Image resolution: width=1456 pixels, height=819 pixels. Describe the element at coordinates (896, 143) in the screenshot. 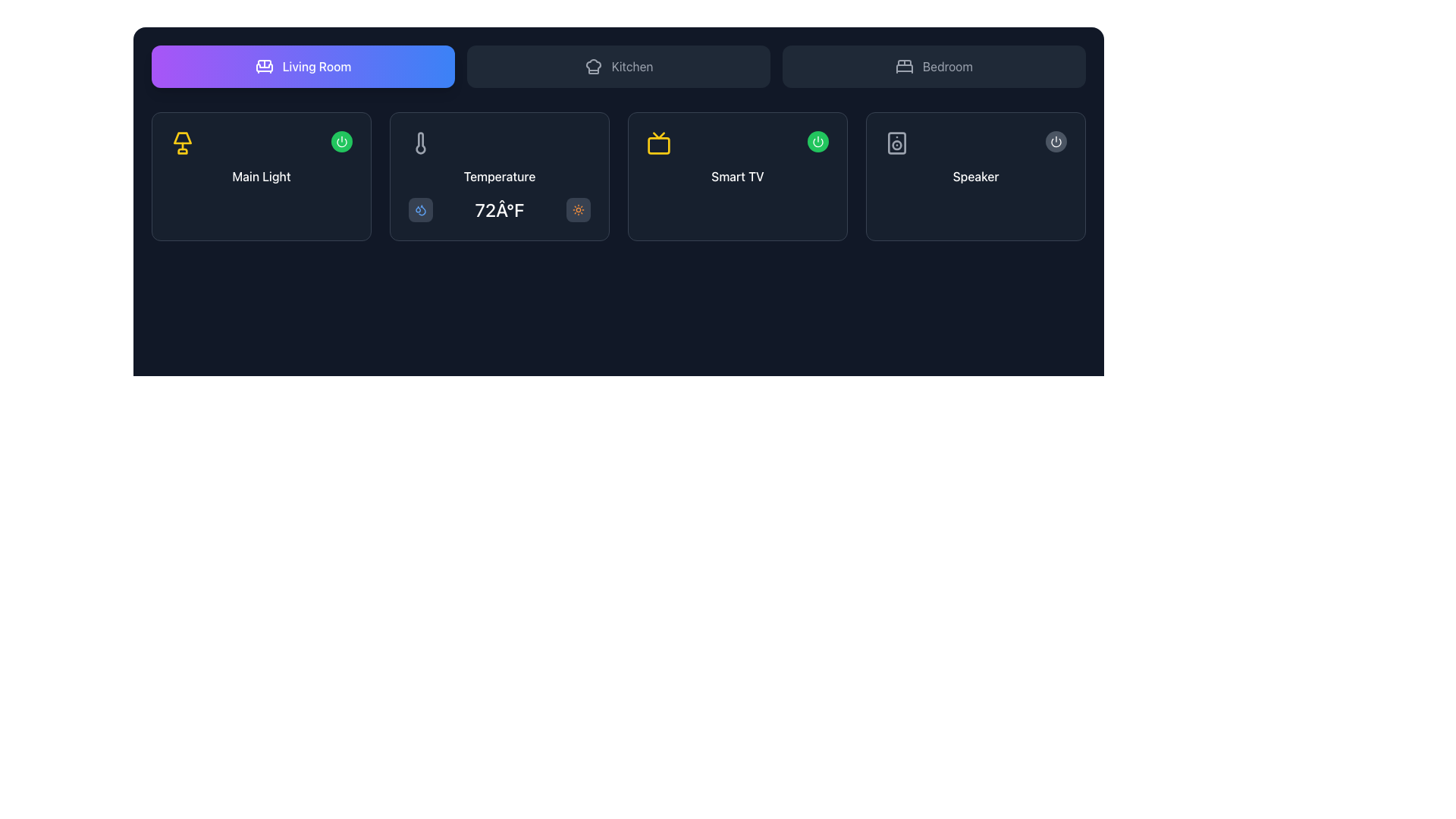

I see `the decorative element that is part of the speaker icon, located centrally within the icon on the right side of the interface` at that location.